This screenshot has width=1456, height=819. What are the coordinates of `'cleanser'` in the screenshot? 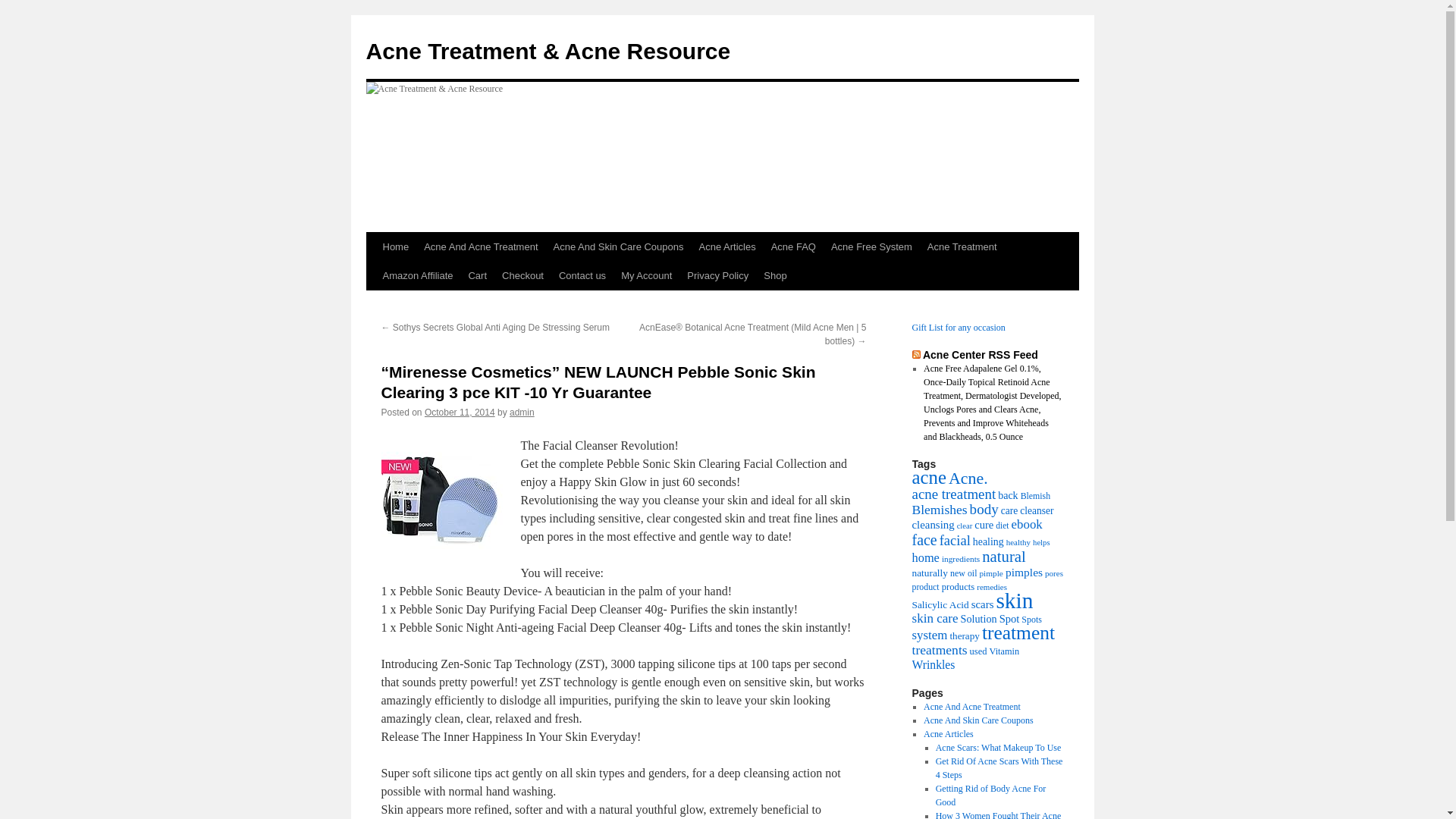 It's located at (1036, 510).